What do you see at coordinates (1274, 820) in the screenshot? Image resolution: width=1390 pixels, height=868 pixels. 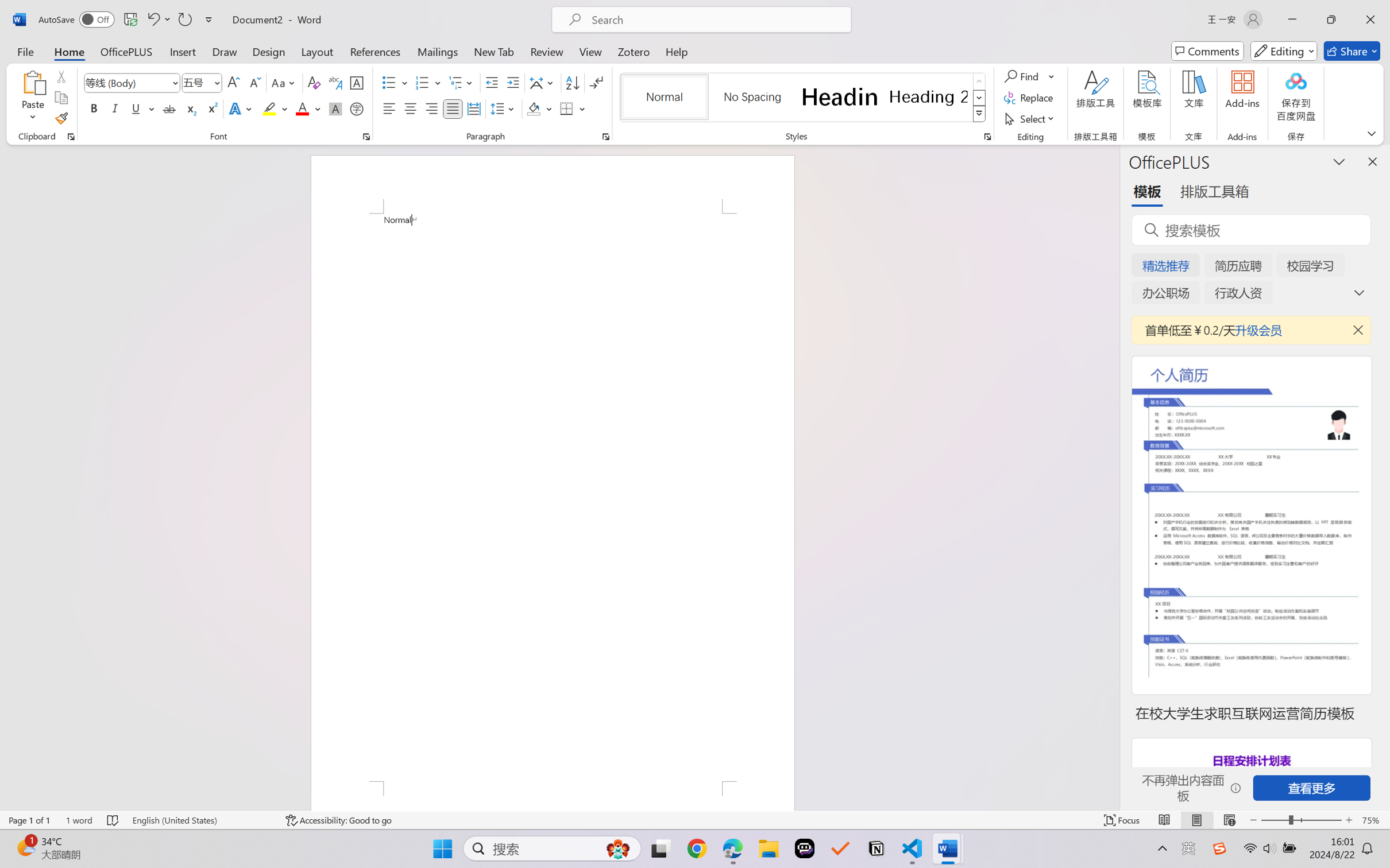 I see `'Zoom Out'` at bounding box center [1274, 820].